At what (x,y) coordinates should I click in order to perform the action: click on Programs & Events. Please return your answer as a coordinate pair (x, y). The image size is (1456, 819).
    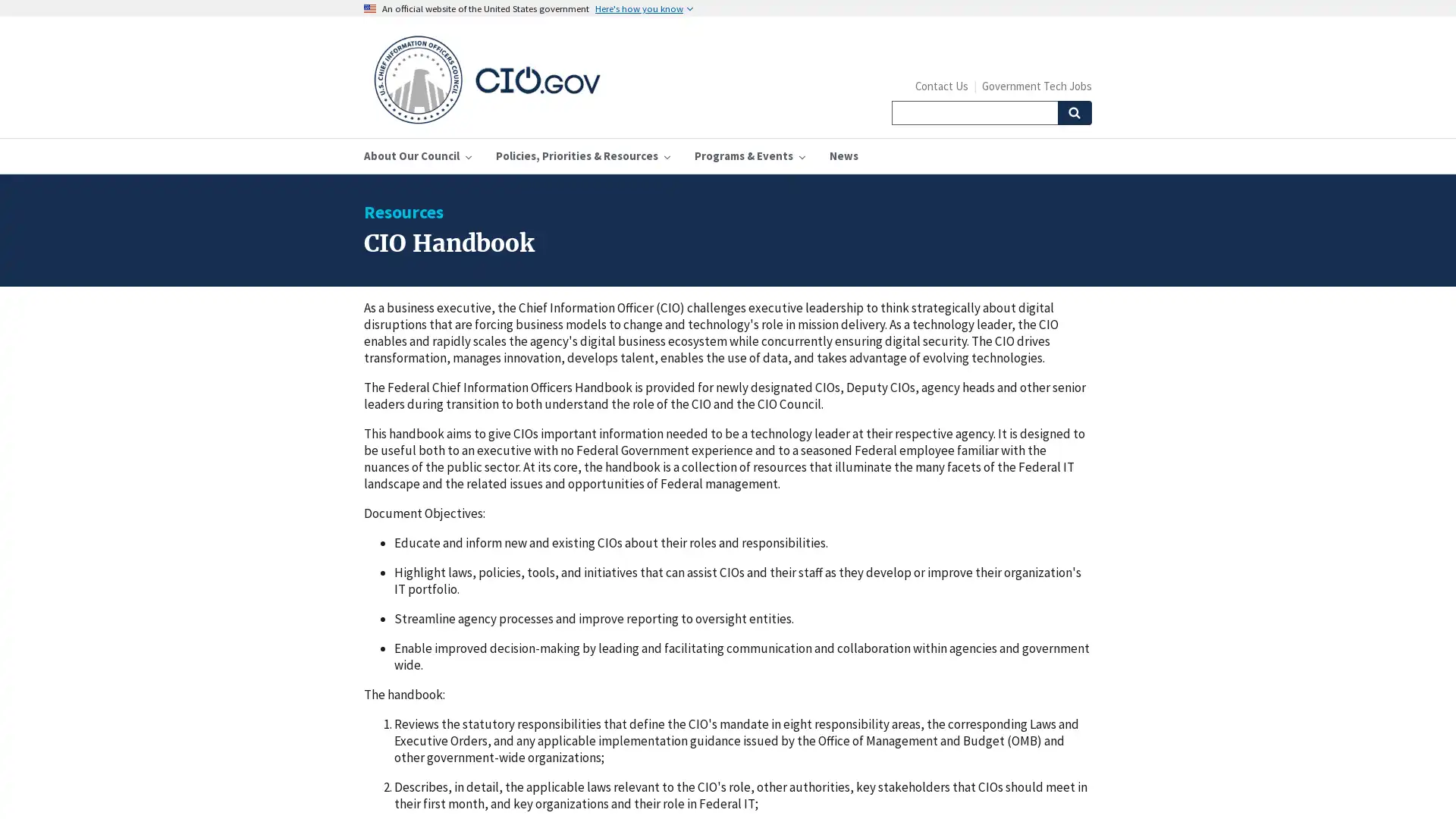
    Looking at the image, I should click on (749, 155).